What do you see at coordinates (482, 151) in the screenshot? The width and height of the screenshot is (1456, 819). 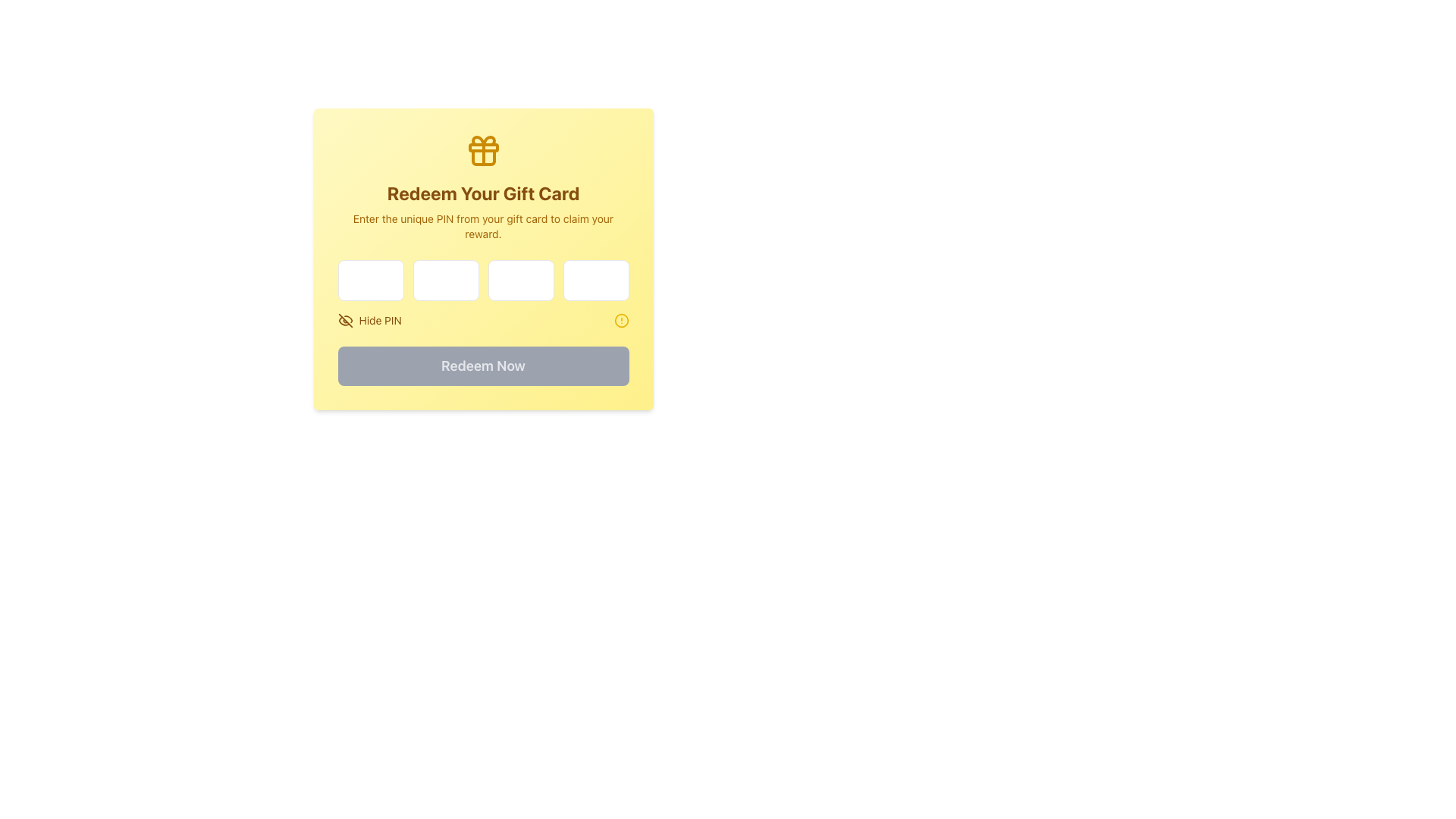 I see `the decorative icon that symbolizes redeeming or receiving a gift, which is centrally positioned within the yellow panel above the title 'Redeem Your Gift Card'` at bounding box center [482, 151].